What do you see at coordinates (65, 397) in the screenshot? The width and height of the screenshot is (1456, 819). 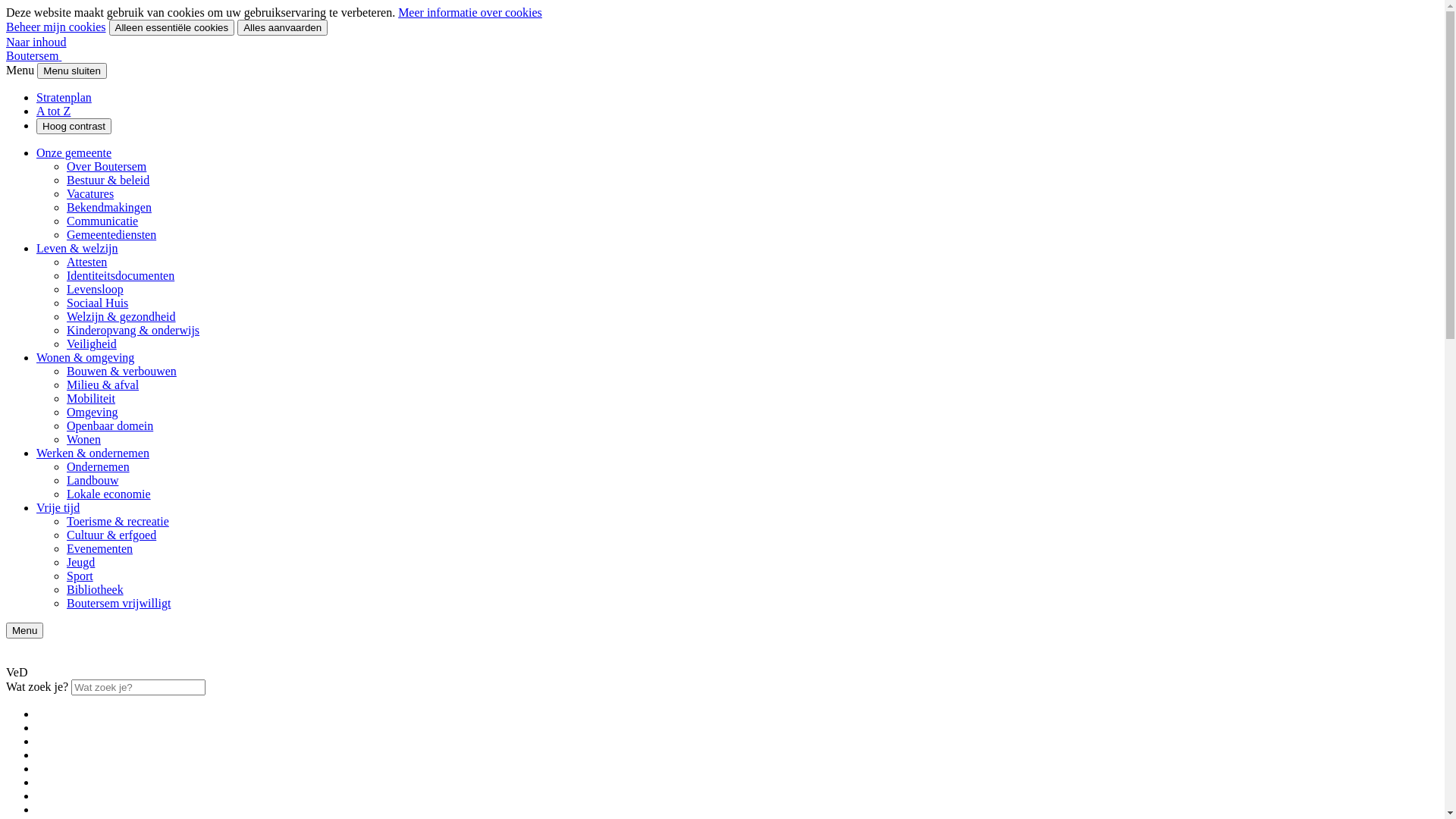 I see `'Mobiliteit'` at bounding box center [65, 397].